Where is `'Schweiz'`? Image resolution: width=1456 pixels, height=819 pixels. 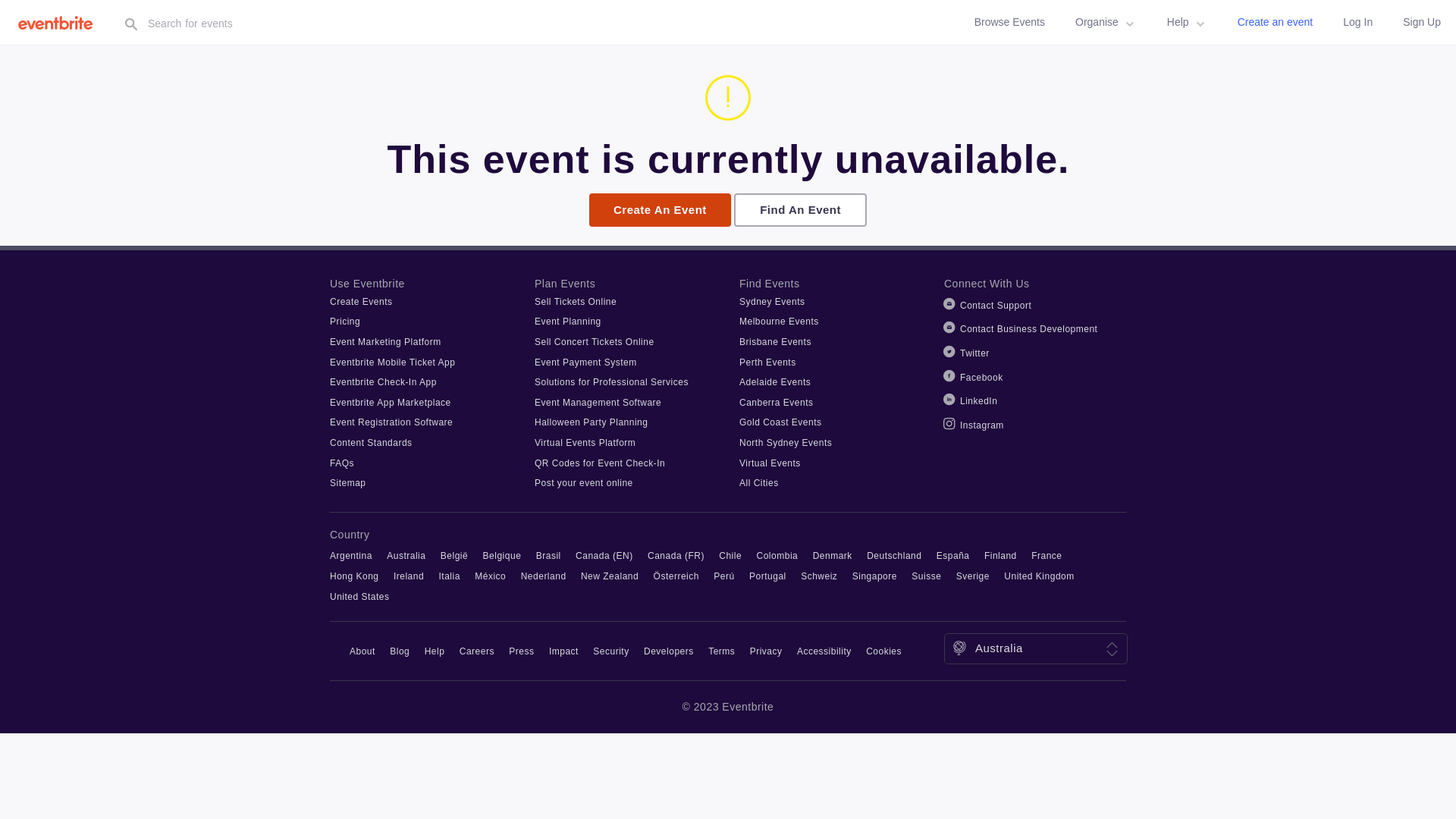 'Schweiz' is located at coordinates (818, 576).